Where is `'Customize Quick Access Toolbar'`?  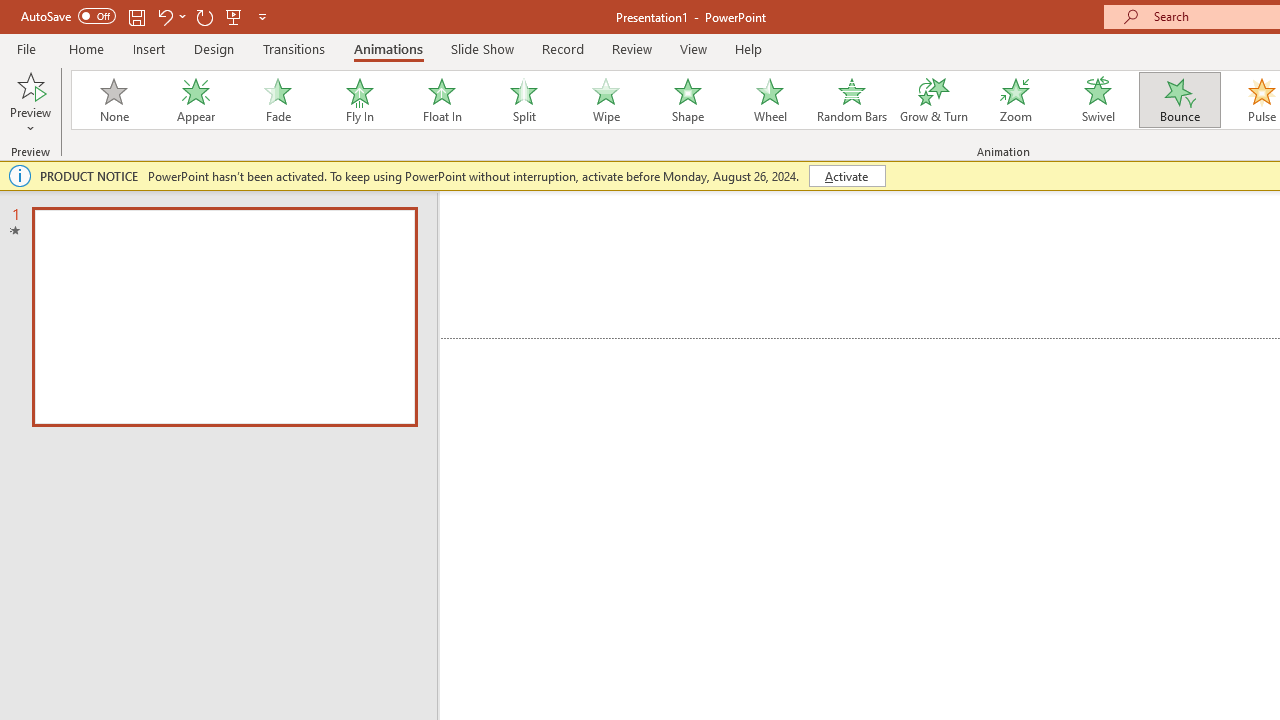
'Customize Quick Access Toolbar' is located at coordinates (262, 16).